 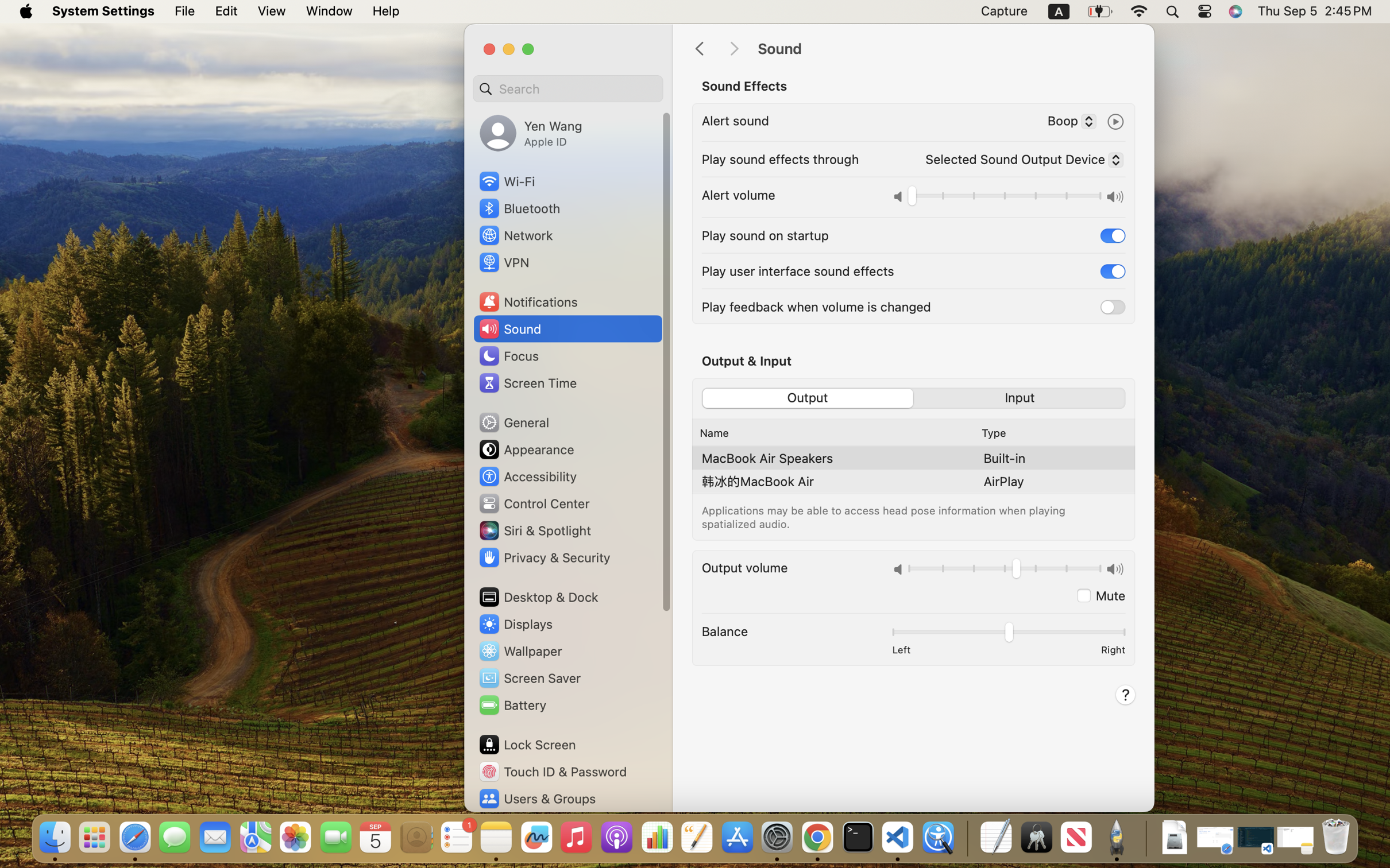 I want to click on 'Wi‑Fi', so click(x=506, y=181).